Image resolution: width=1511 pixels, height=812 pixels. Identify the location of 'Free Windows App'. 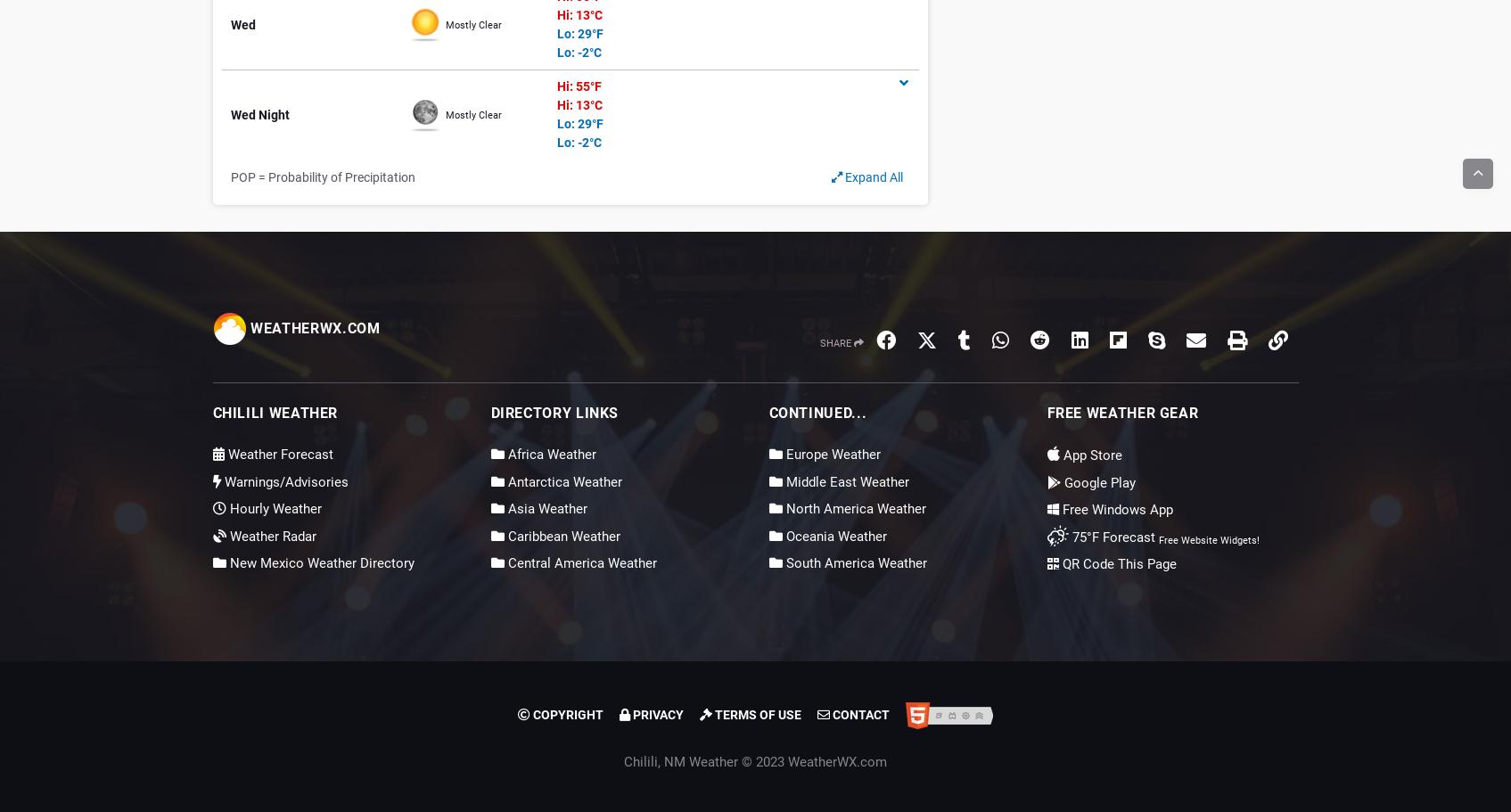
(1114, 510).